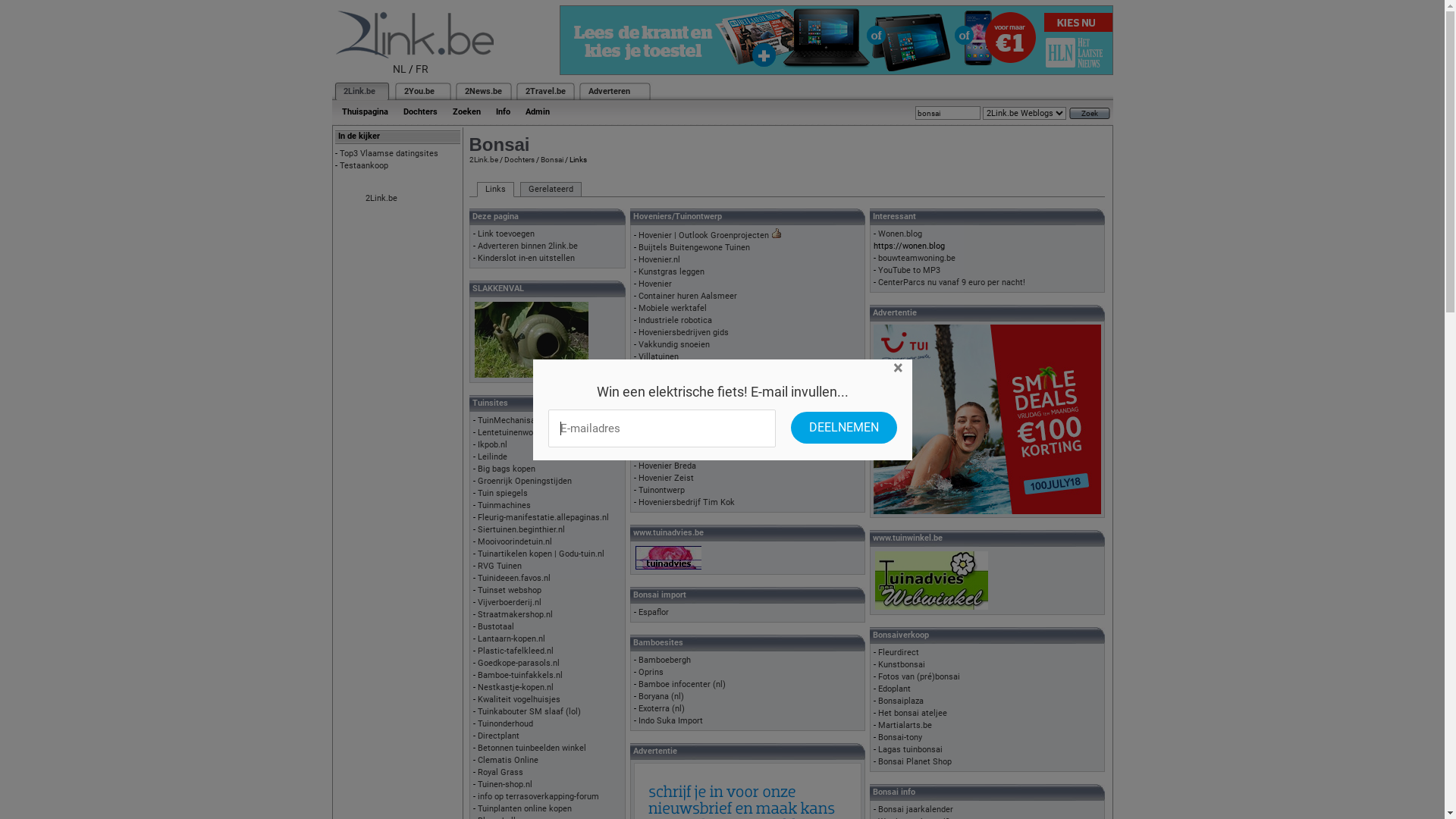 This screenshot has height=819, width=1456. I want to click on 'Betonnen tuinbeelden winkel', so click(476, 747).